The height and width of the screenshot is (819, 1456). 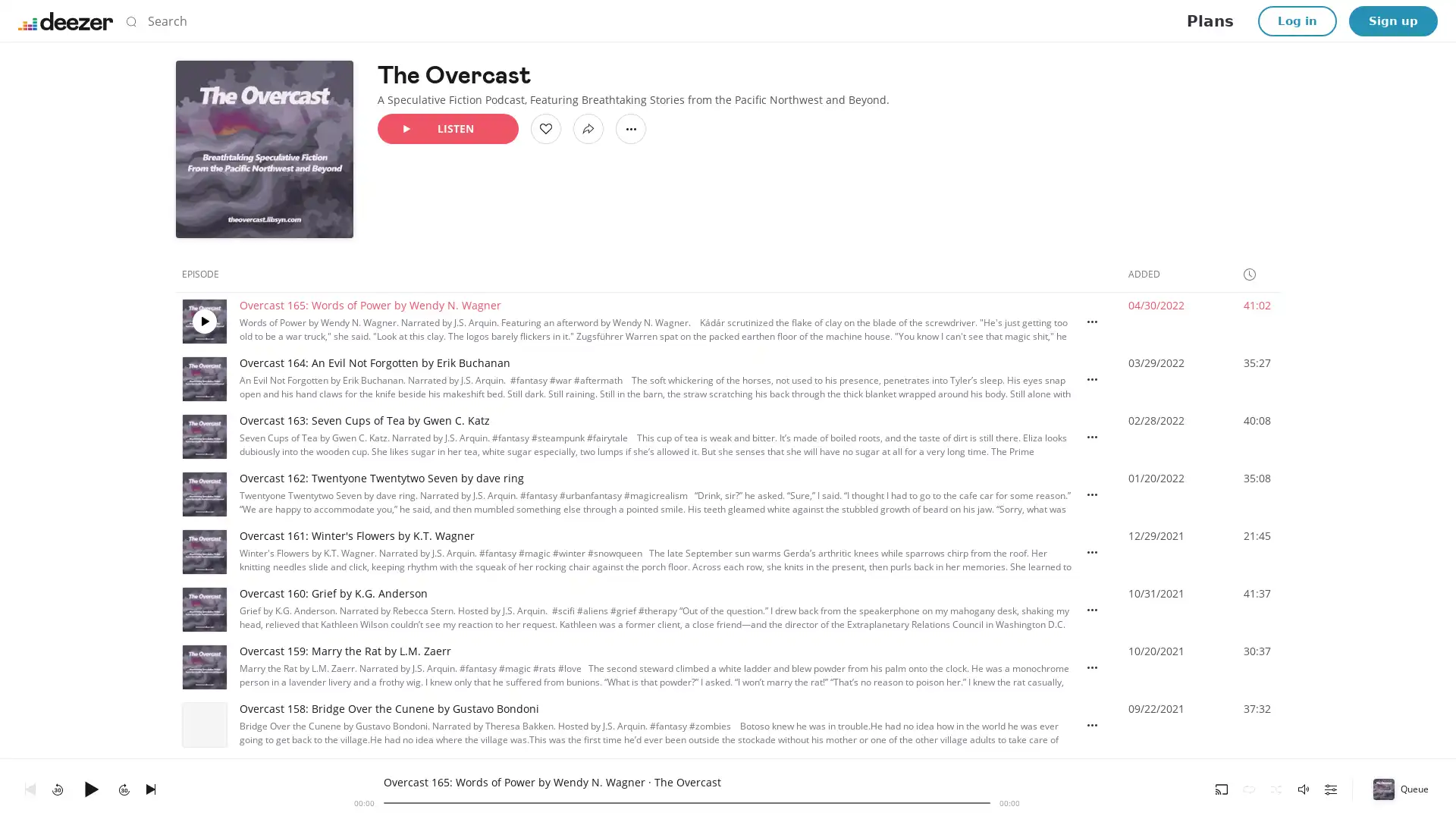 What do you see at coordinates (1401, 788) in the screenshot?
I see `Queue` at bounding box center [1401, 788].